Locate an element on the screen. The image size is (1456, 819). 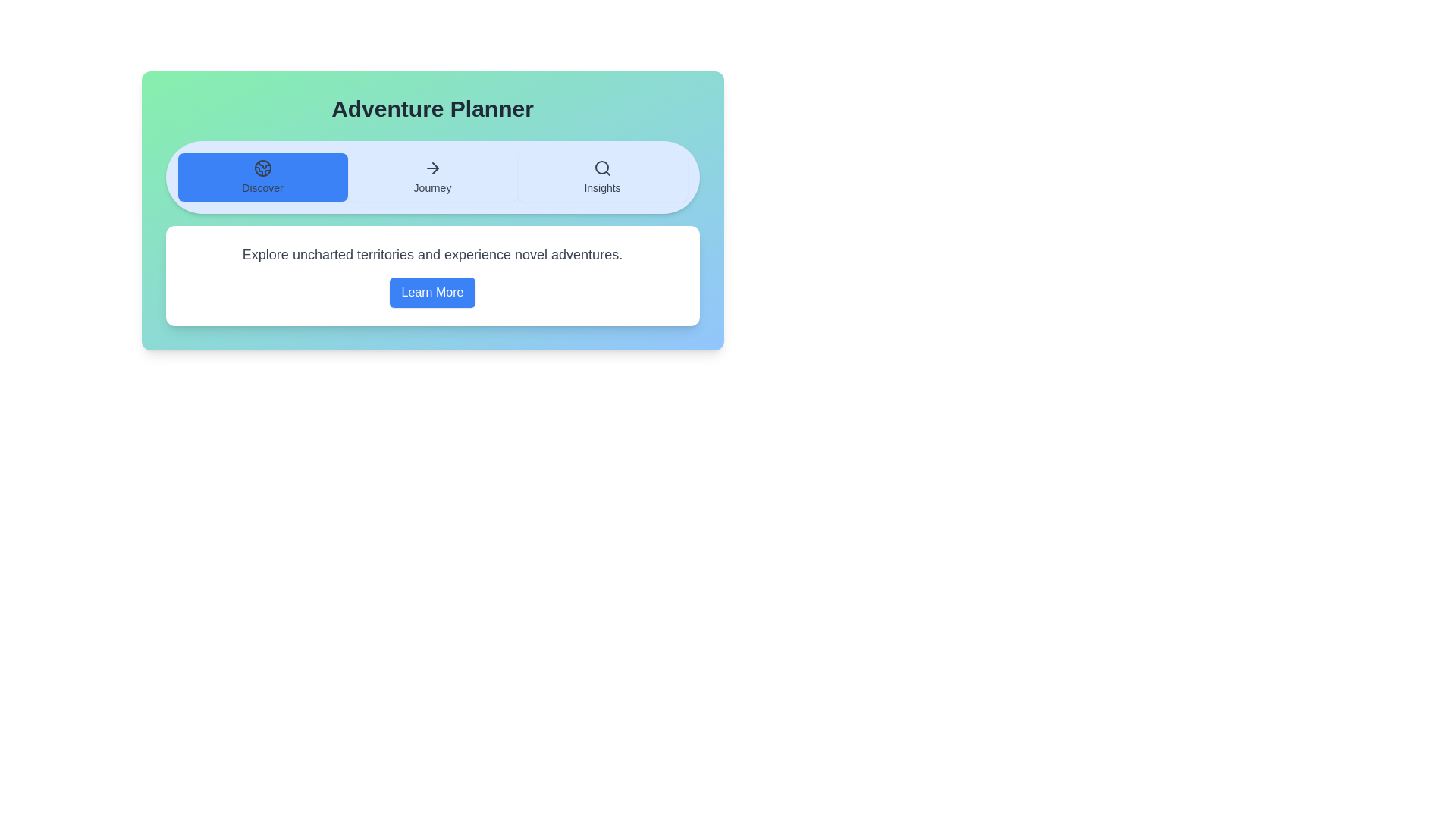
the blue 'Discover' button with a globe icon is located at coordinates (262, 177).